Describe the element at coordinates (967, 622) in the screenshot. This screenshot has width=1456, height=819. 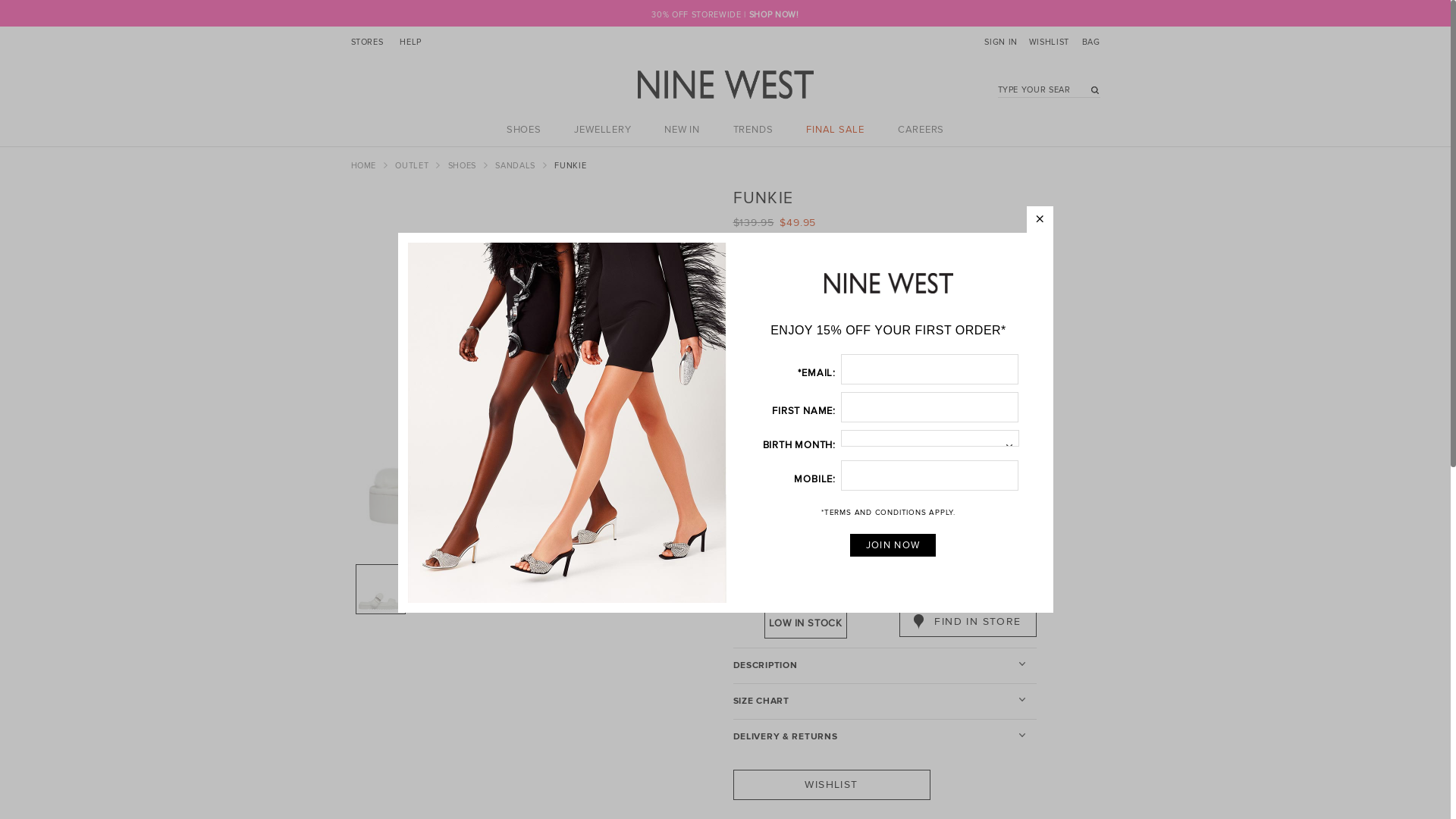
I see `'FIND IN STORE'` at that location.